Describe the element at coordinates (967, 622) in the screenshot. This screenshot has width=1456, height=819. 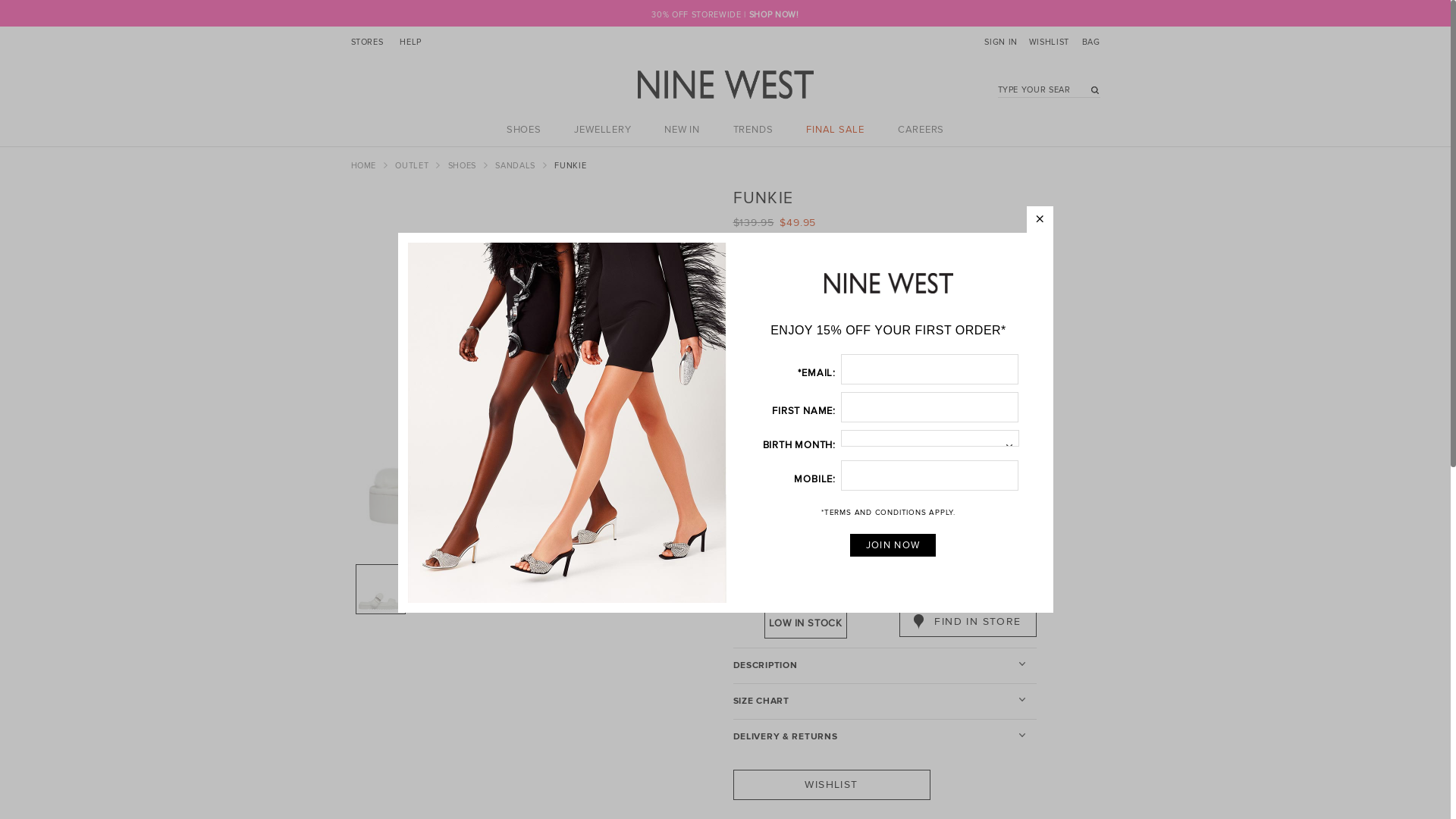
I see `'FIND IN STORE'` at that location.